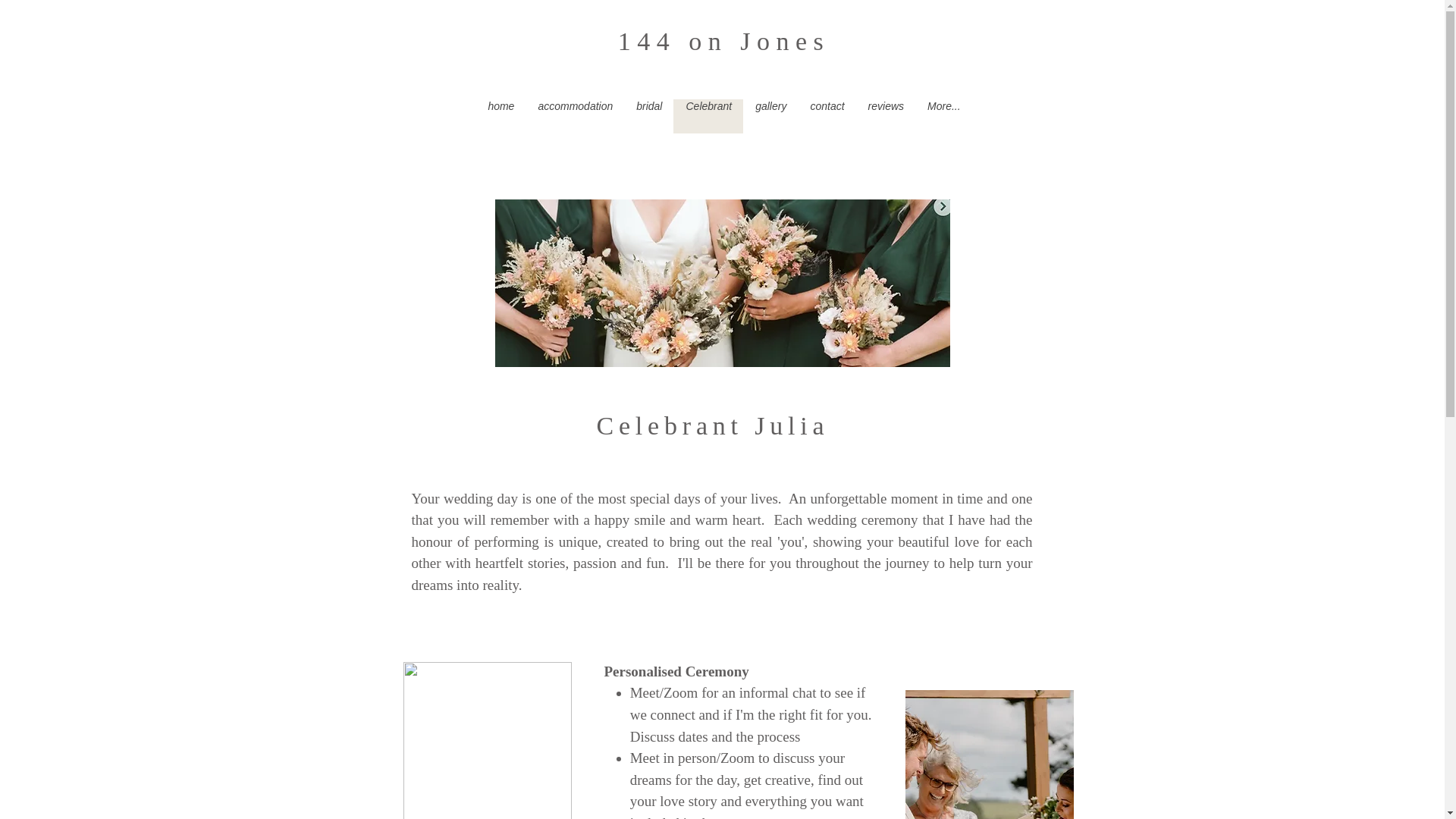 The image size is (1456, 819). Describe the element at coordinates (742, 115) in the screenshot. I see `'gallery'` at that location.